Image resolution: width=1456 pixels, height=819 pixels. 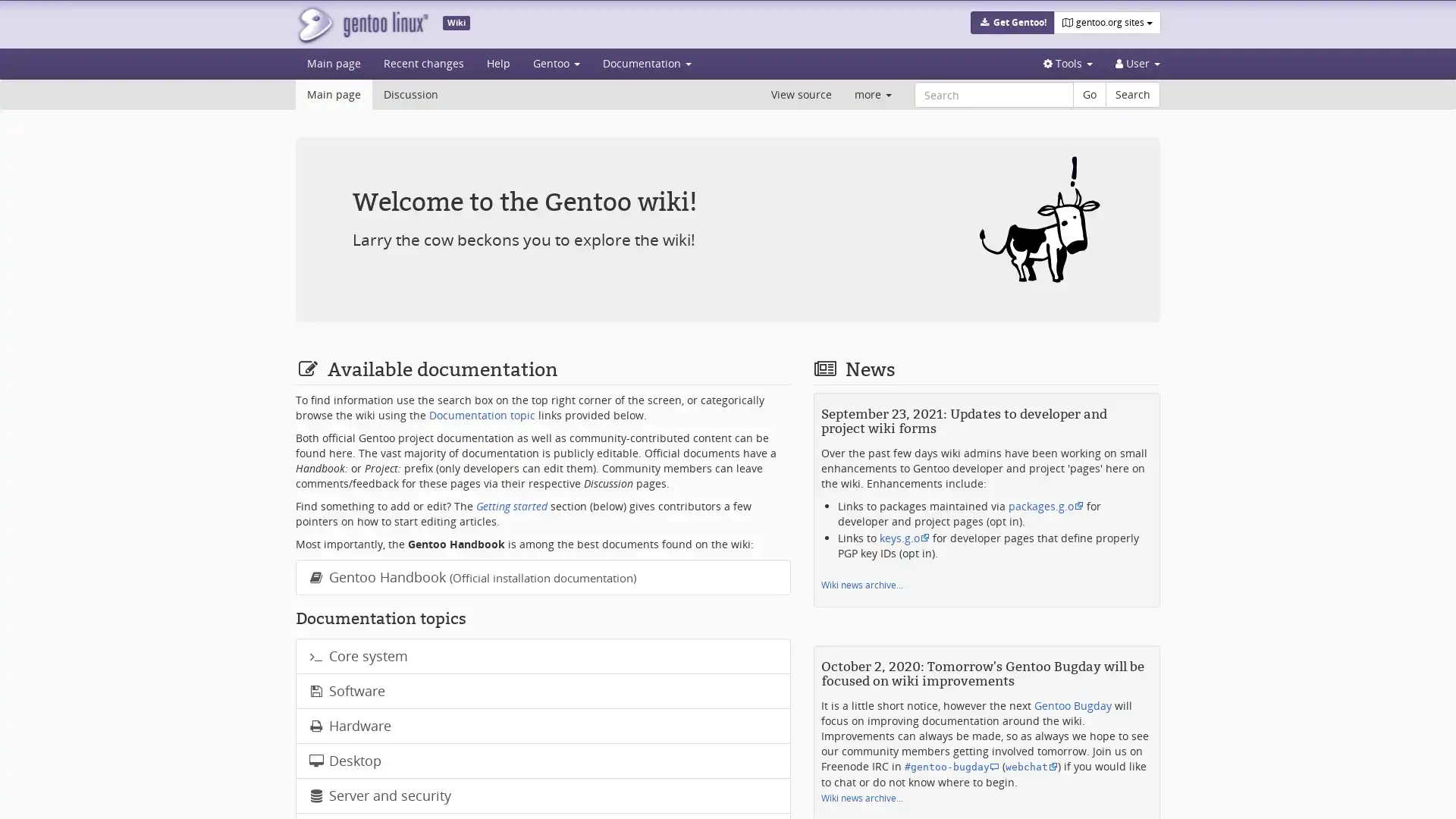 I want to click on Documentation, so click(x=647, y=63).